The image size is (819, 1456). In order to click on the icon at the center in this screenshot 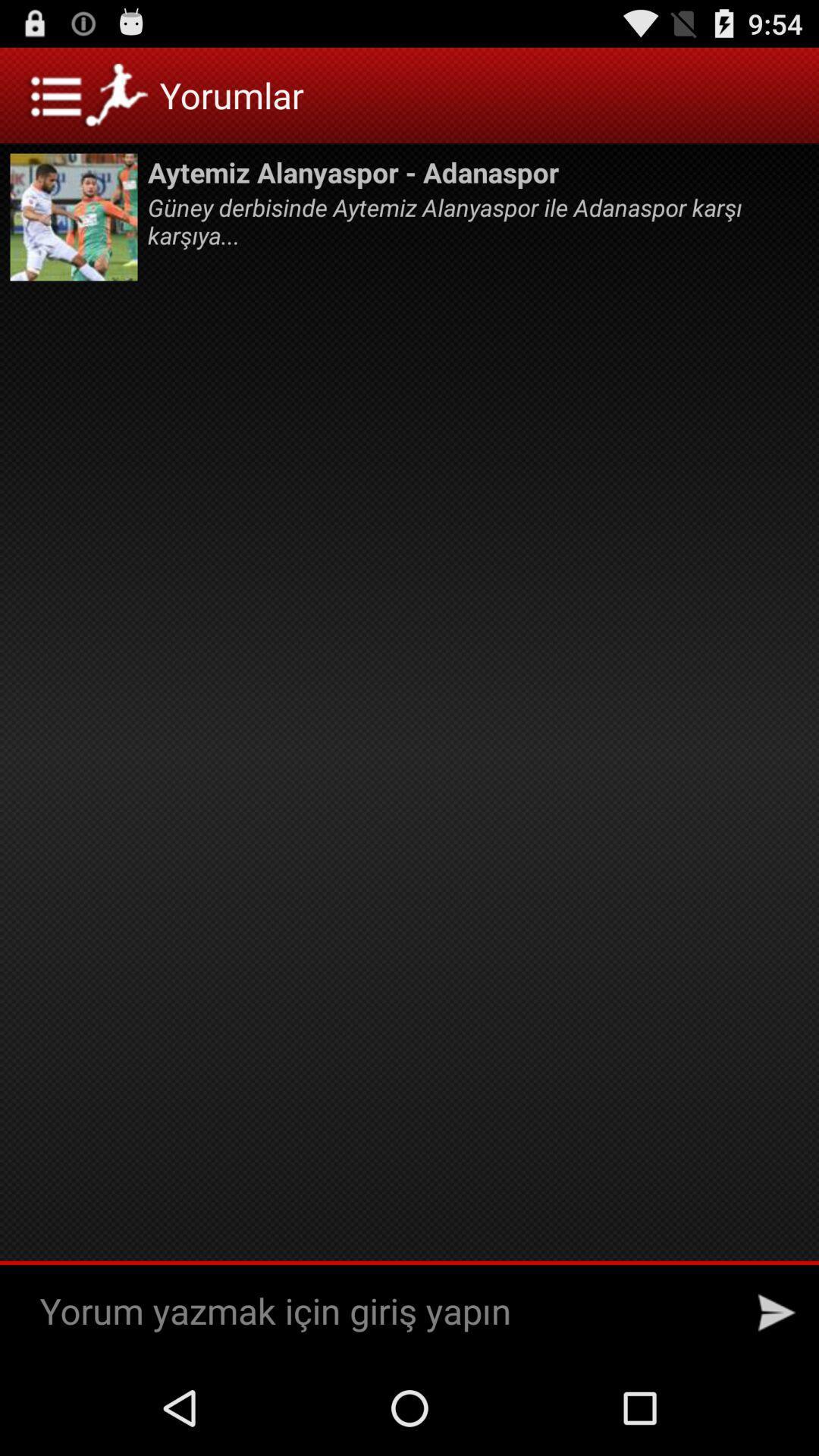, I will do `click(409, 786)`.